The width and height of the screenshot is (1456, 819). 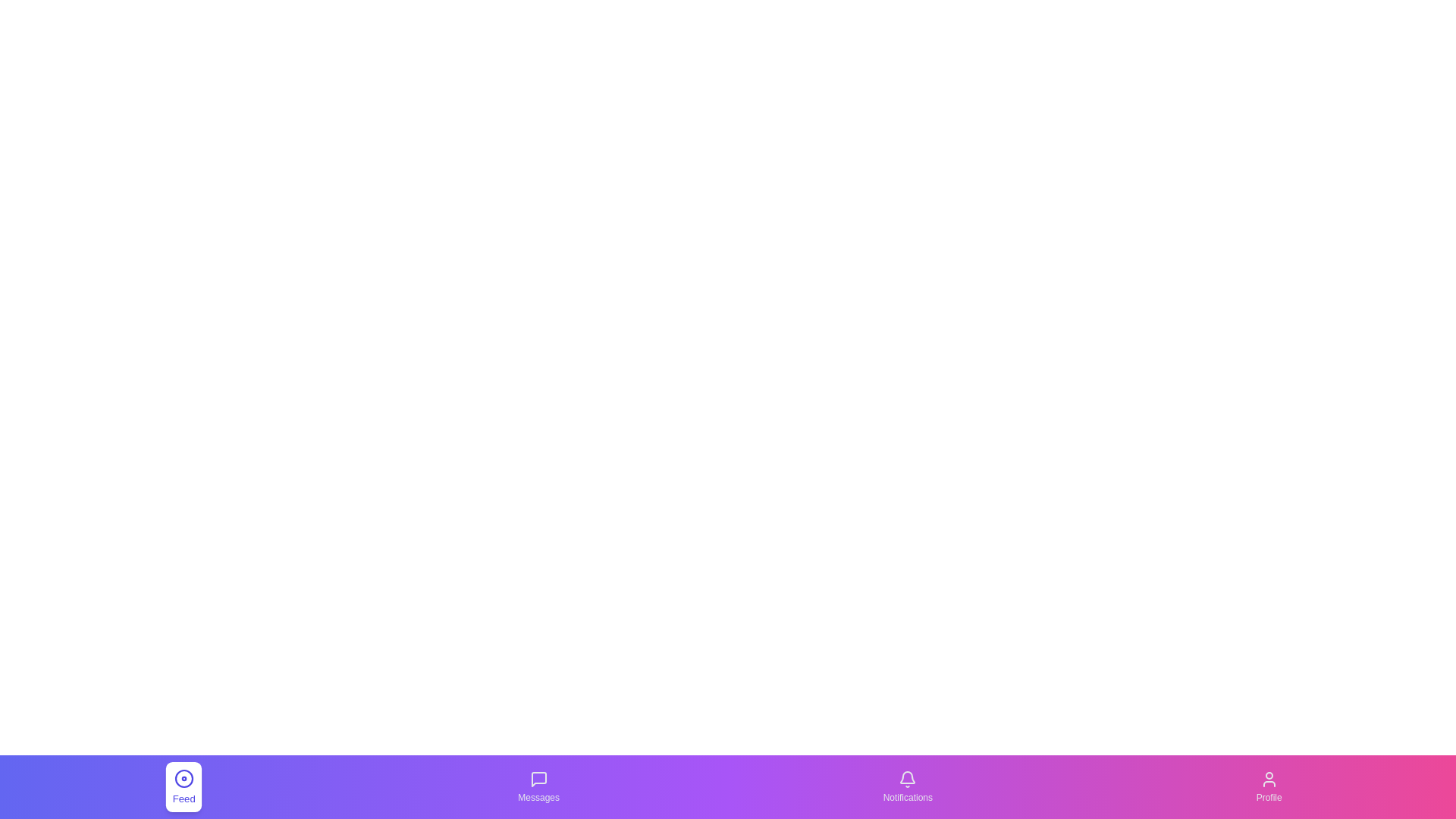 What do you see at coordinates (1269, 786) in the screenshot?
I see `the Profile tab by clicking on the respective tab button` at bounding box center [1269, 786].